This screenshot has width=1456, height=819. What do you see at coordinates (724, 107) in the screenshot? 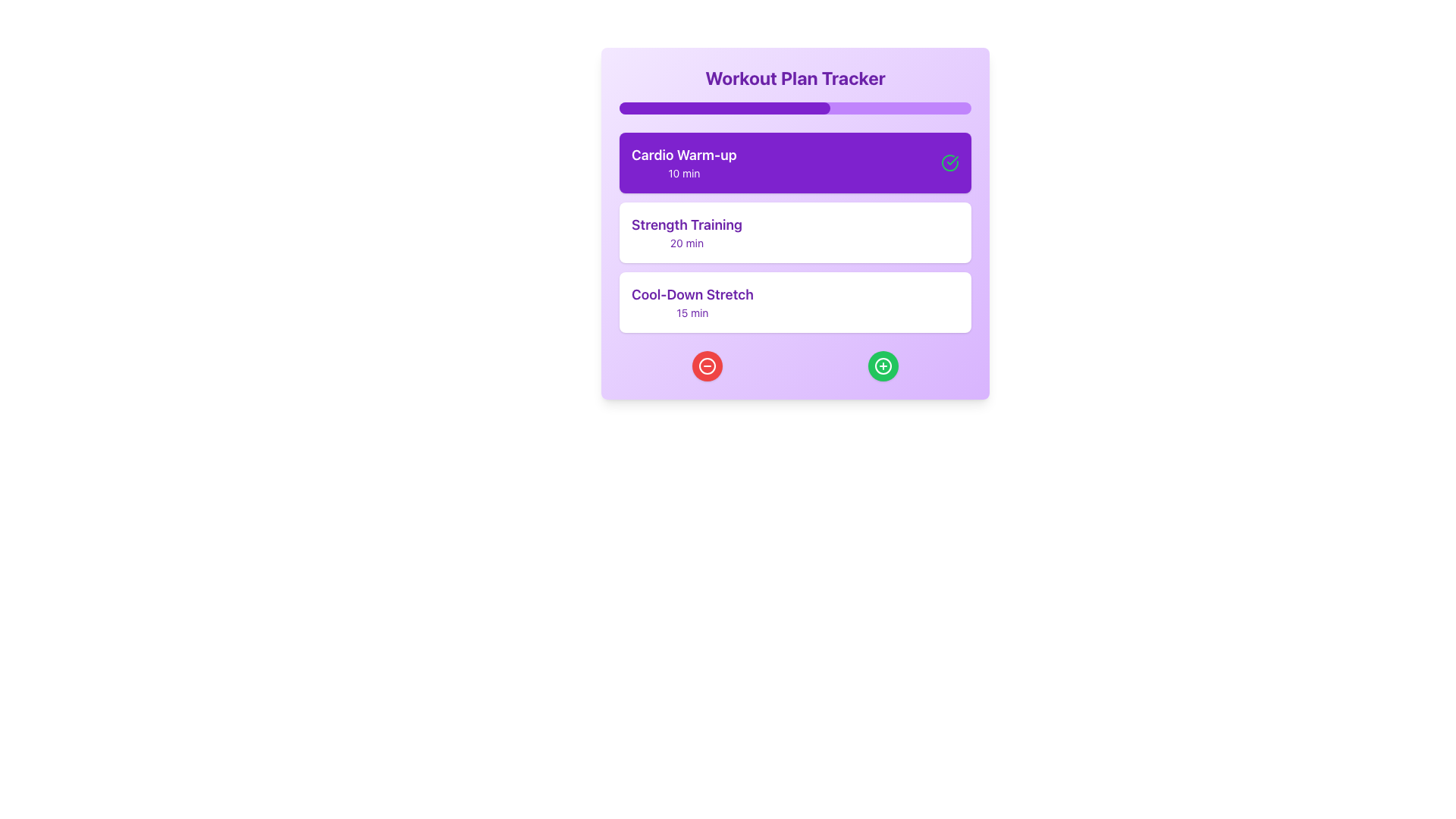
I see `the progress indicator that is a rectangular element filled 60% with a purple bar, located centrally at the top of the interface below the title 'Workout Plan Tracker'` at bounding box center [724, 107].